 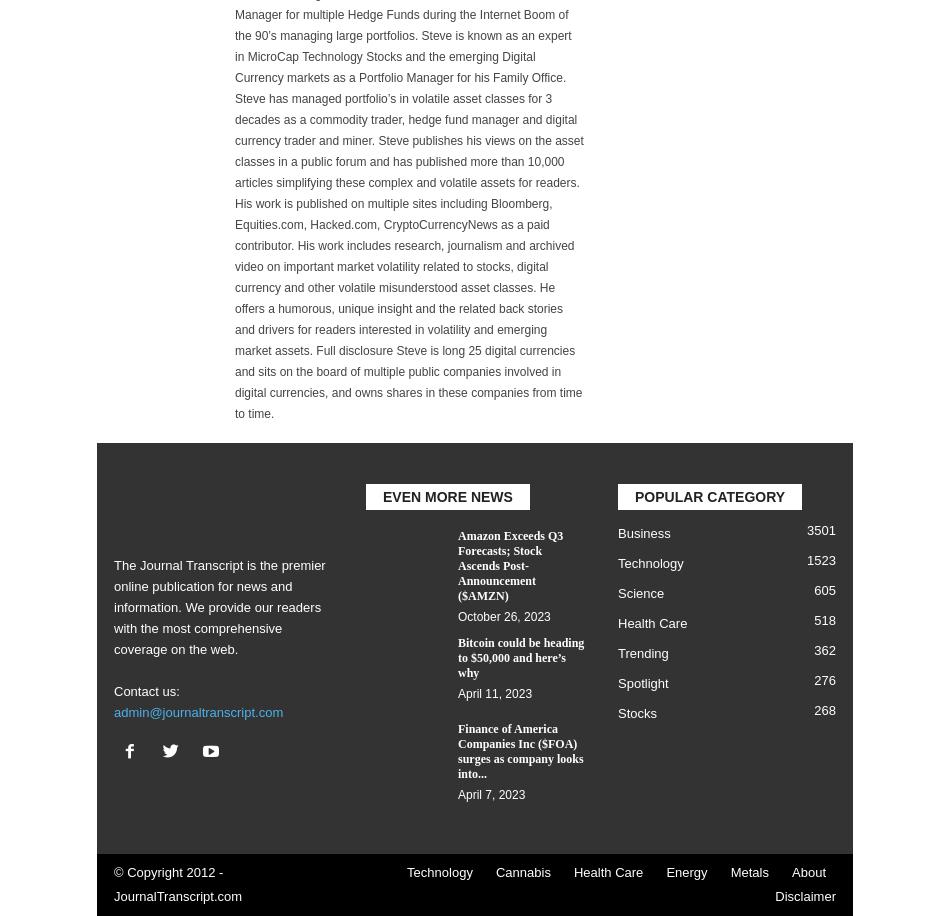 What do you see at coordinates (804, 895) in the screenshot?
I see `'Disclaimer'` at bounding box center [804, 895].